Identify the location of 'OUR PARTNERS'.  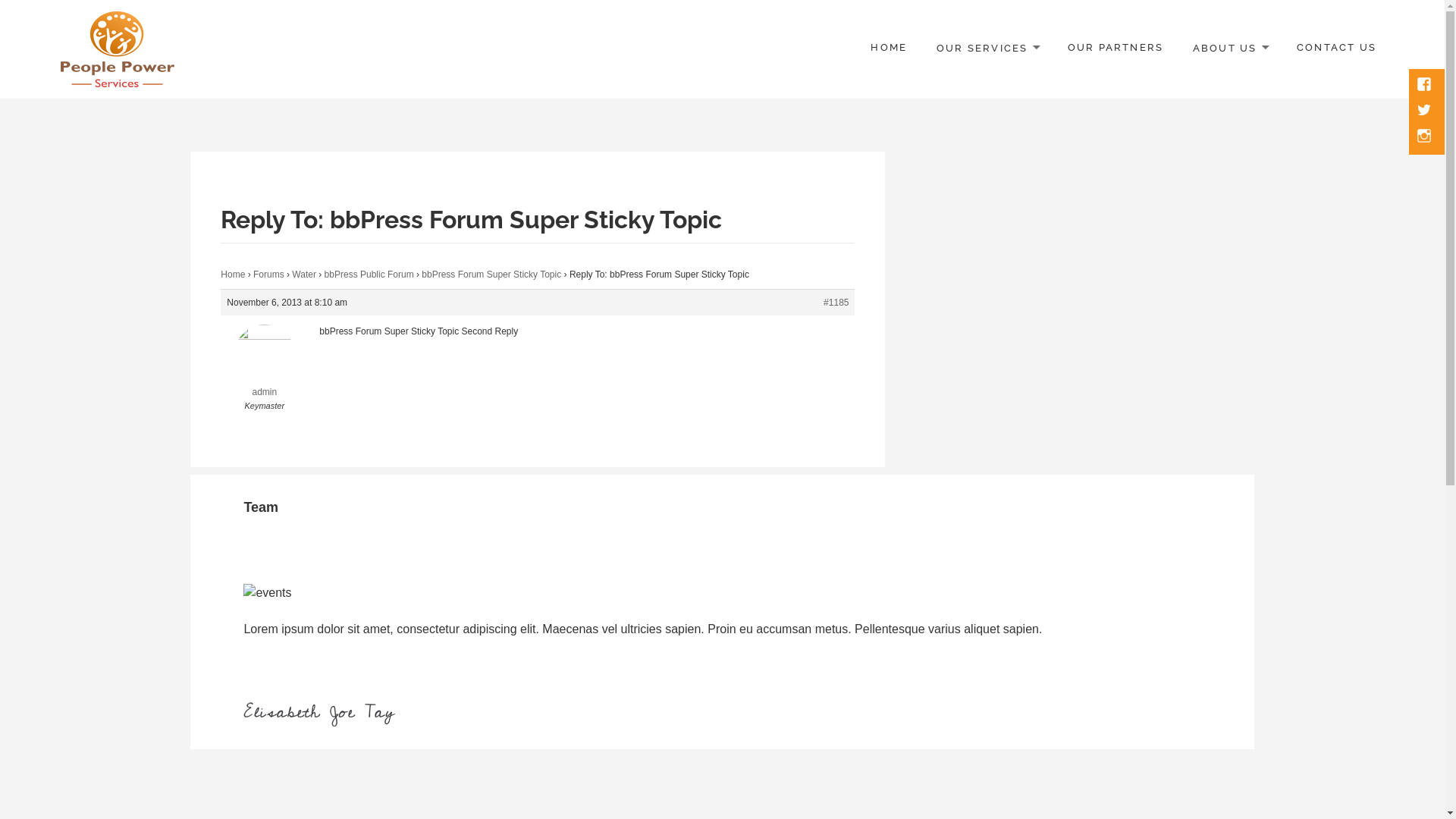
(1116, 48).